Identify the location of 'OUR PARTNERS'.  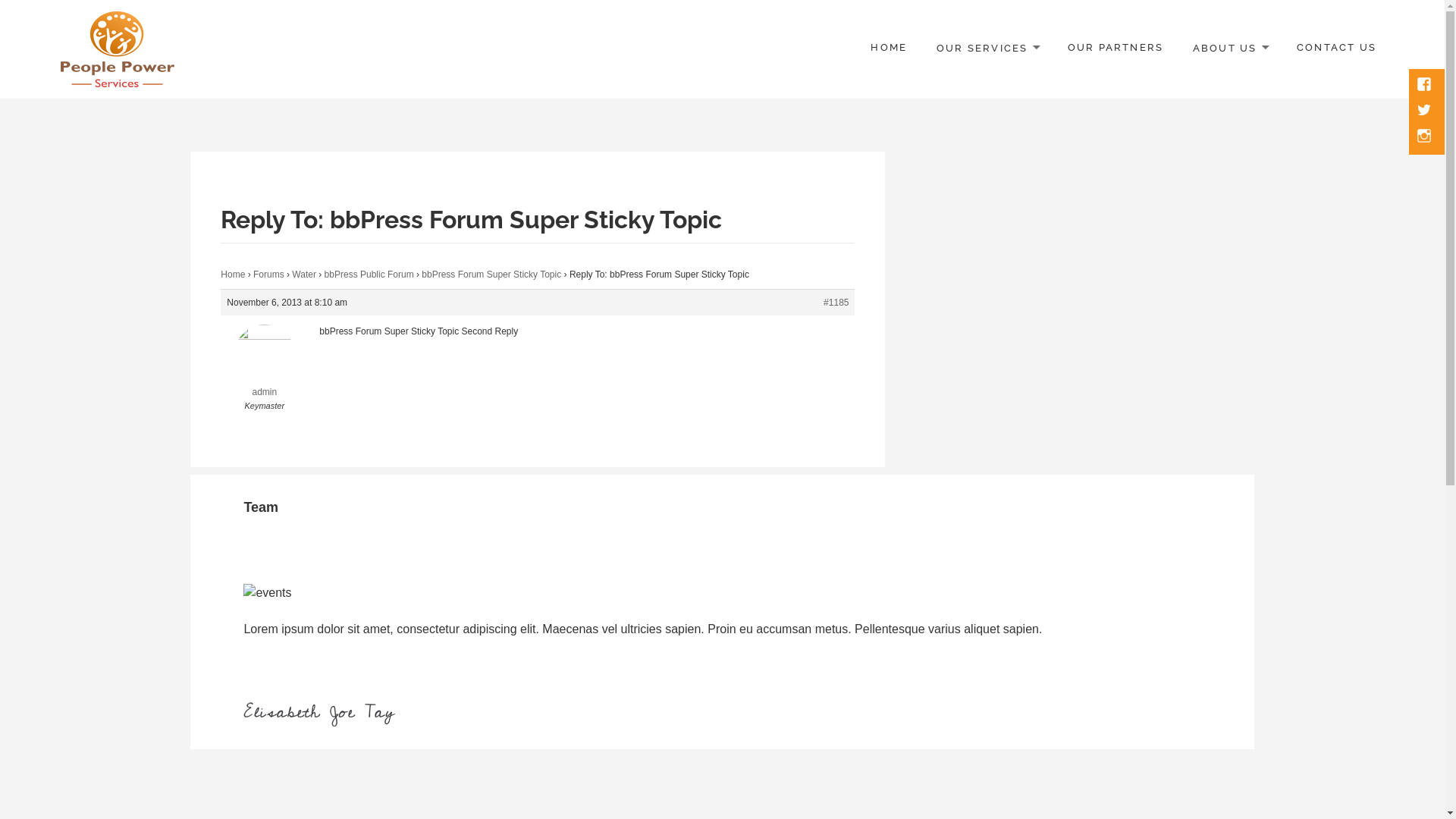
(1116, 48).